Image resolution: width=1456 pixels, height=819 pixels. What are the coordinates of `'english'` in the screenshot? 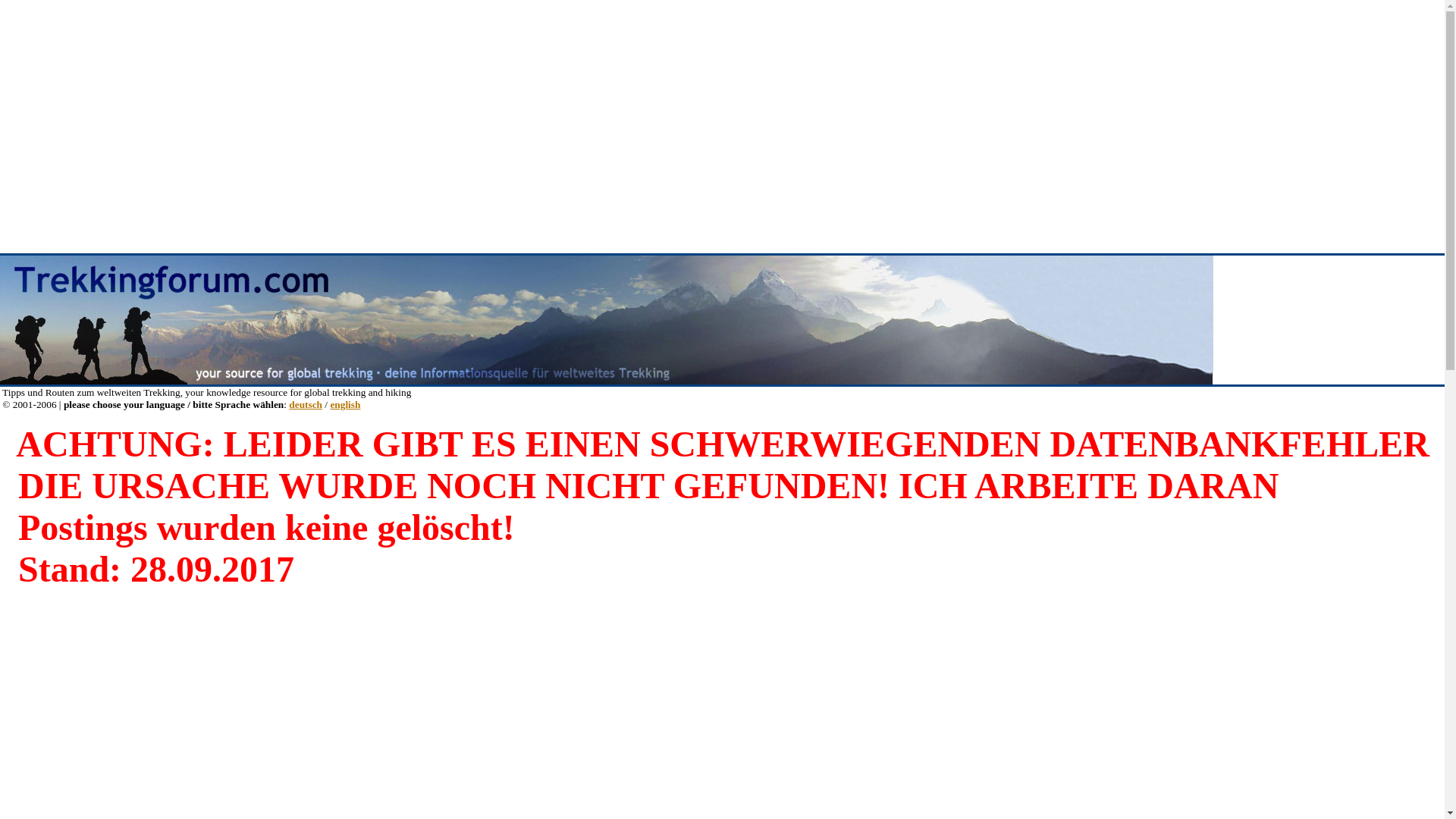 It's located at (344, 403).